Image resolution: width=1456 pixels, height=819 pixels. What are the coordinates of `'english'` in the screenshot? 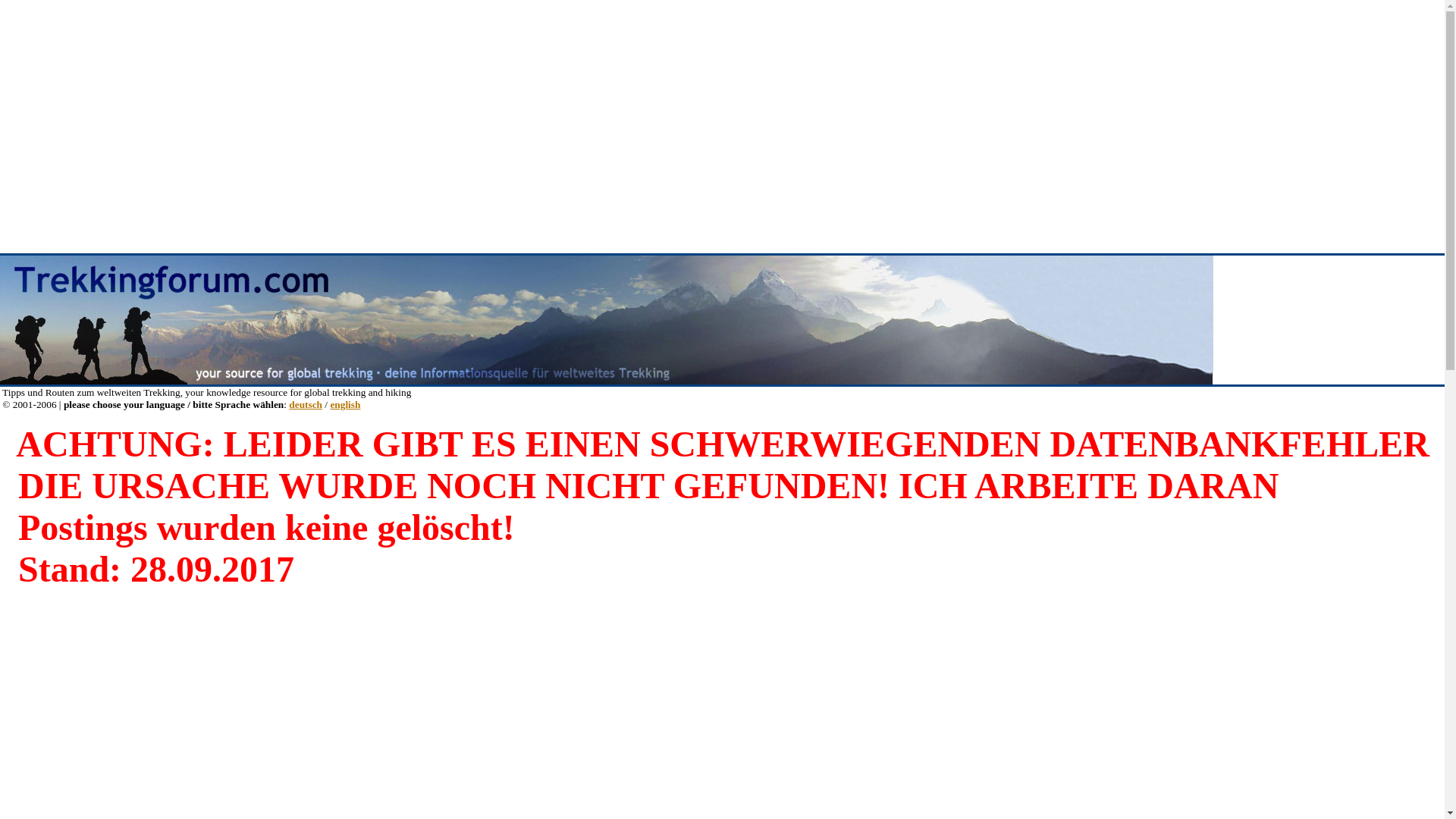 It's located at (344, 403).